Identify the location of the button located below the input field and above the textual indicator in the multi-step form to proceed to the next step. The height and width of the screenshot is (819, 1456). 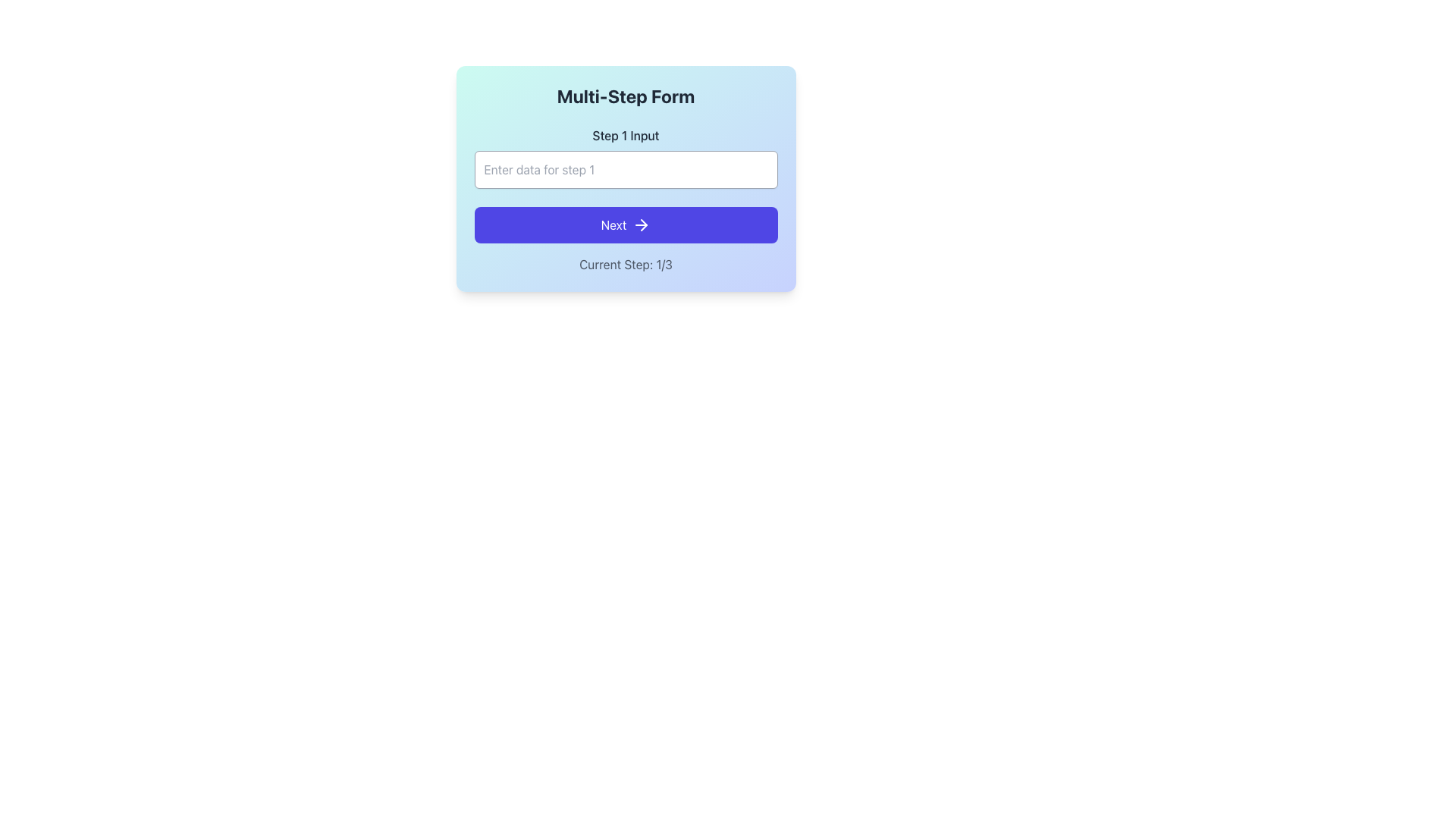
(626, 225).